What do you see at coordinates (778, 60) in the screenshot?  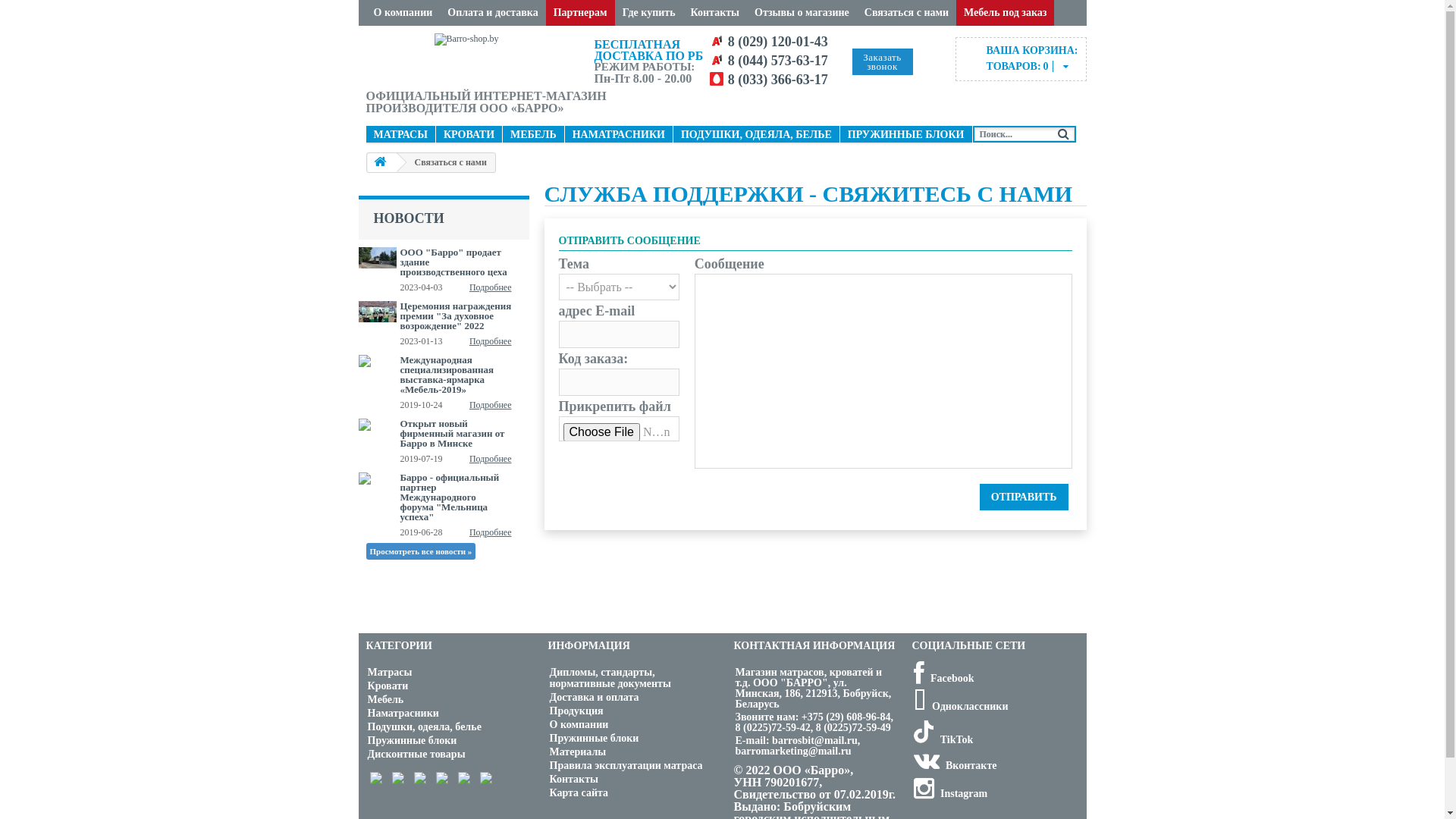 I see `'8 (044) 573-63-17'` at bounding box center [778, 60].